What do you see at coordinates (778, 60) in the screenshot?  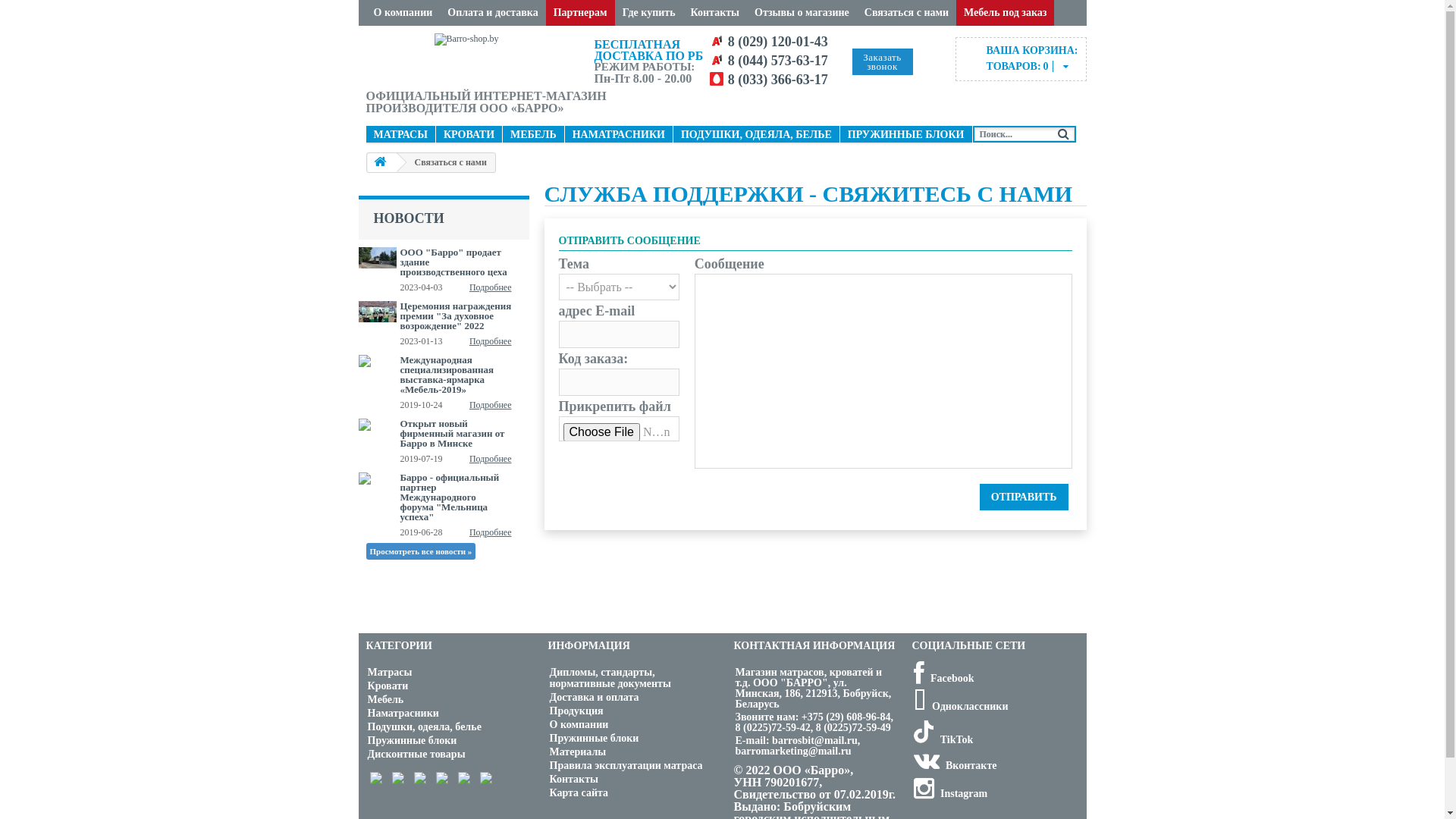 I see `'8 (044) 573-63-17'` at bounding box center [778, 60].